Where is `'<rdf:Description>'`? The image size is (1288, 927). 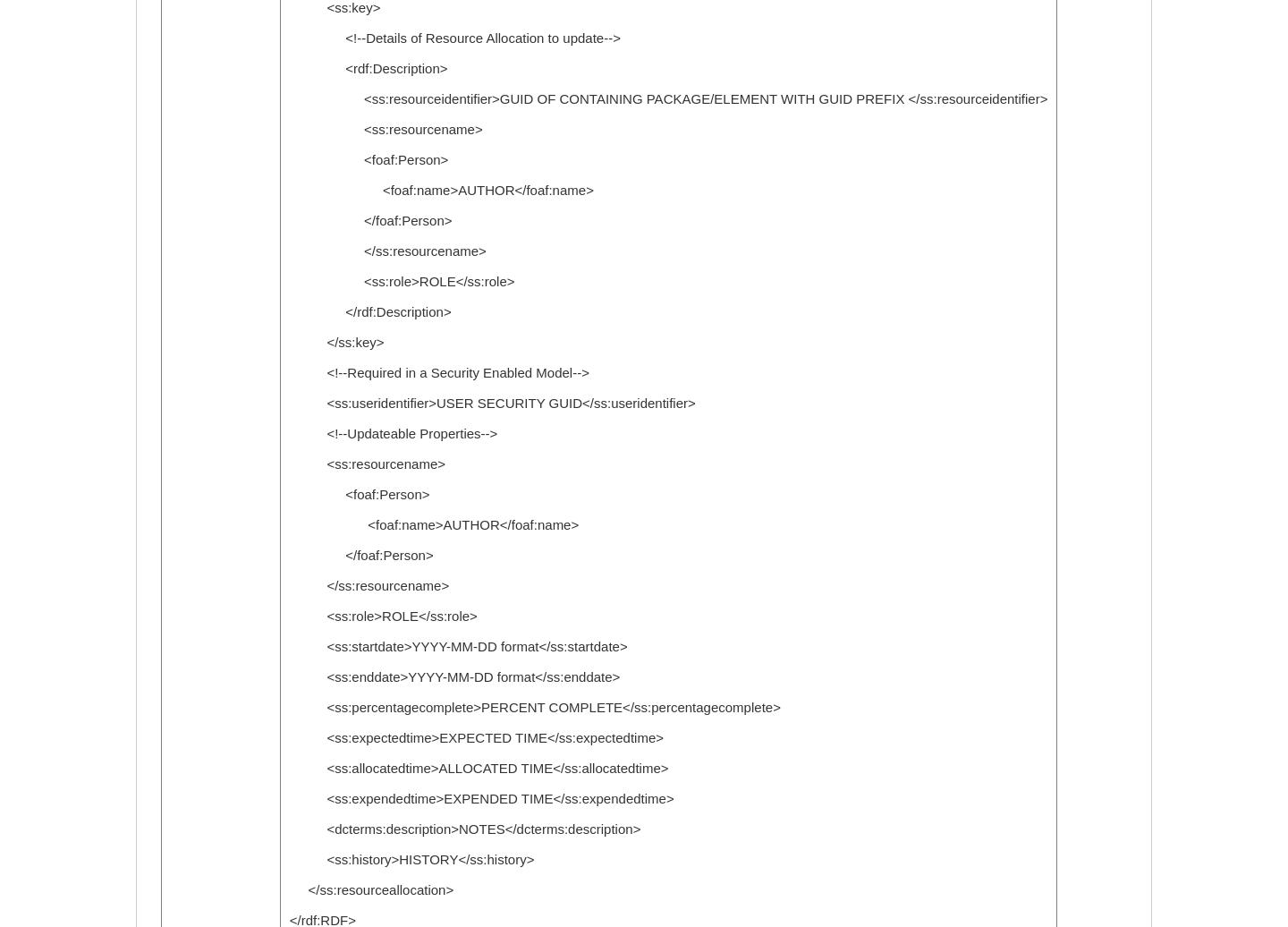
'<rdf:Description>' is located at coordinates (367, 68).